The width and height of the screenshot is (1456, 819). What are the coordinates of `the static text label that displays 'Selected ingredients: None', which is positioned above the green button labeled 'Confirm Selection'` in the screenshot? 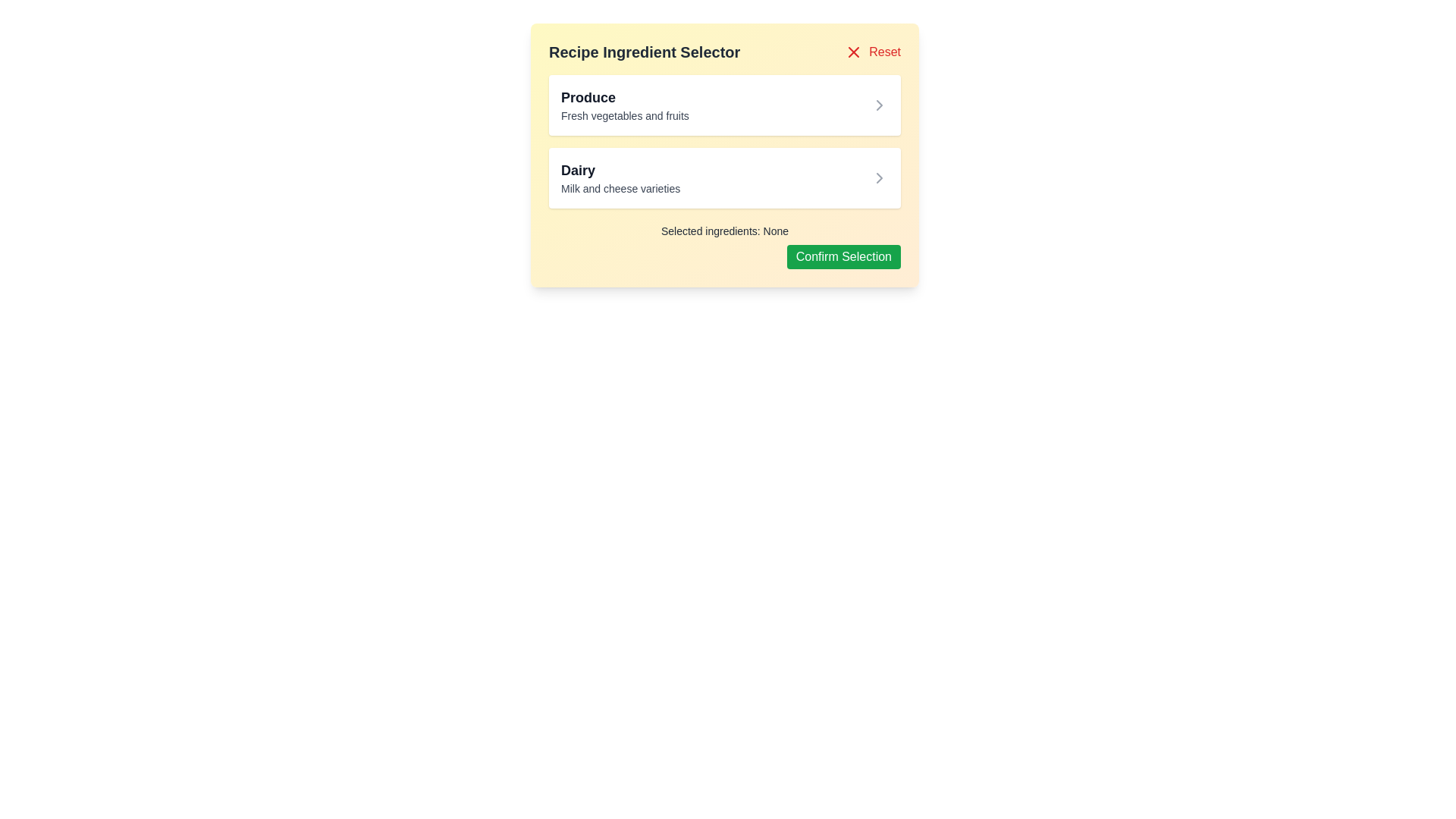 It's located at (723, 231).